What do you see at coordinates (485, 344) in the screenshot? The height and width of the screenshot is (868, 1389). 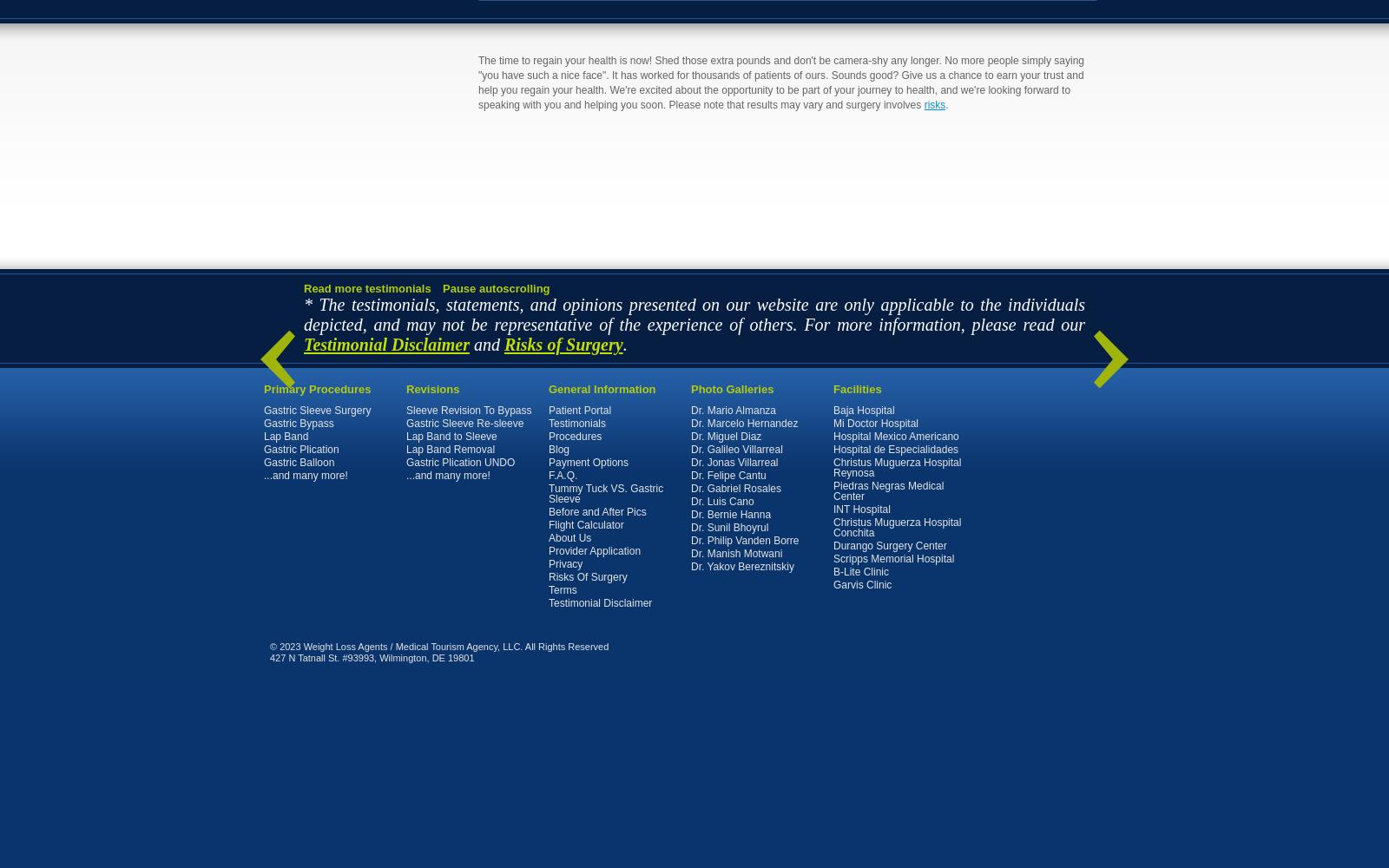 I see `'and'` at bounding box center [485, 344].